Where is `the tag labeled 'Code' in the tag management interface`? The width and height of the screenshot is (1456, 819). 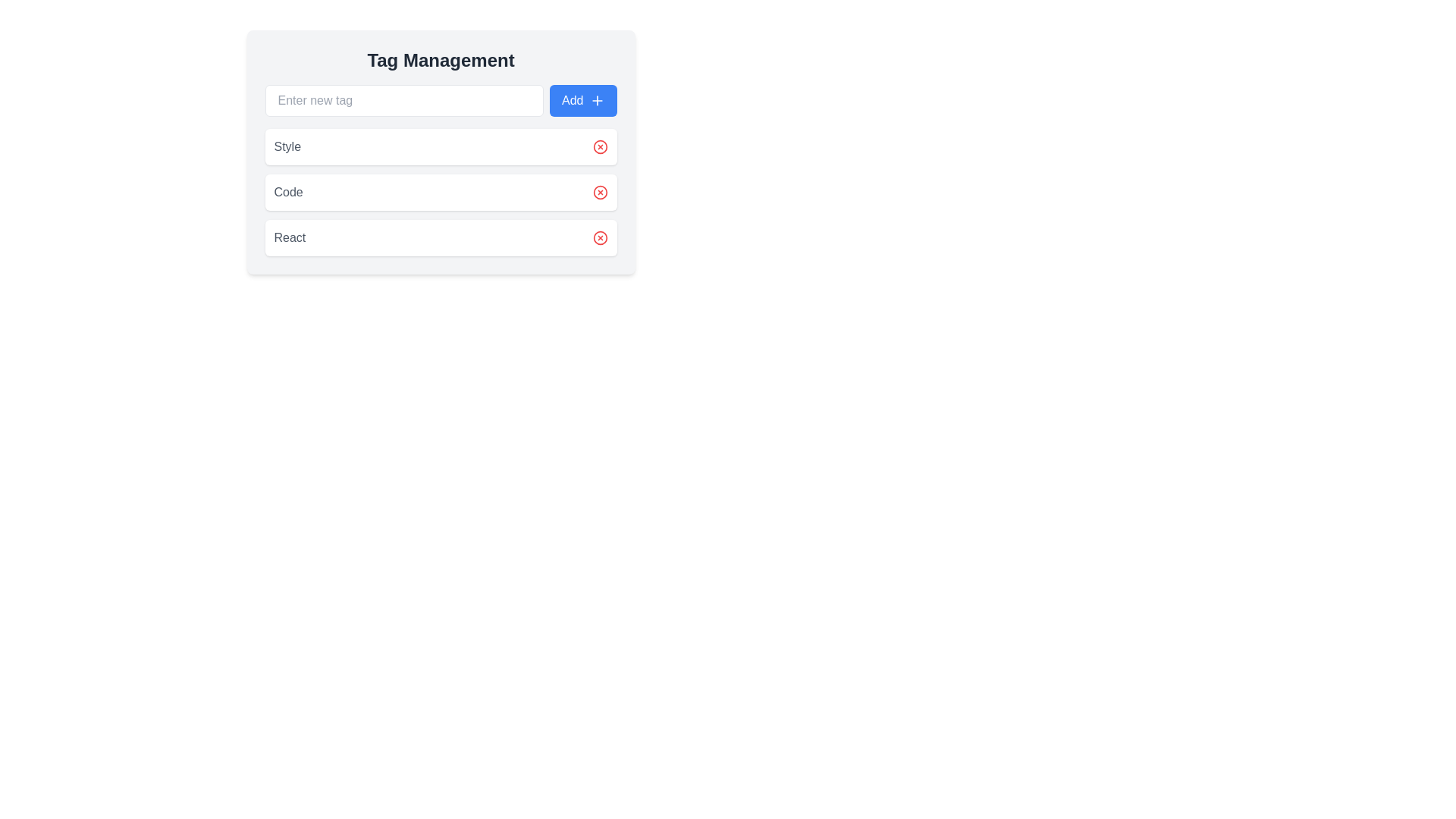 the tag labeled 'Code' in the tag management interface is located at coordinates (440, 192).